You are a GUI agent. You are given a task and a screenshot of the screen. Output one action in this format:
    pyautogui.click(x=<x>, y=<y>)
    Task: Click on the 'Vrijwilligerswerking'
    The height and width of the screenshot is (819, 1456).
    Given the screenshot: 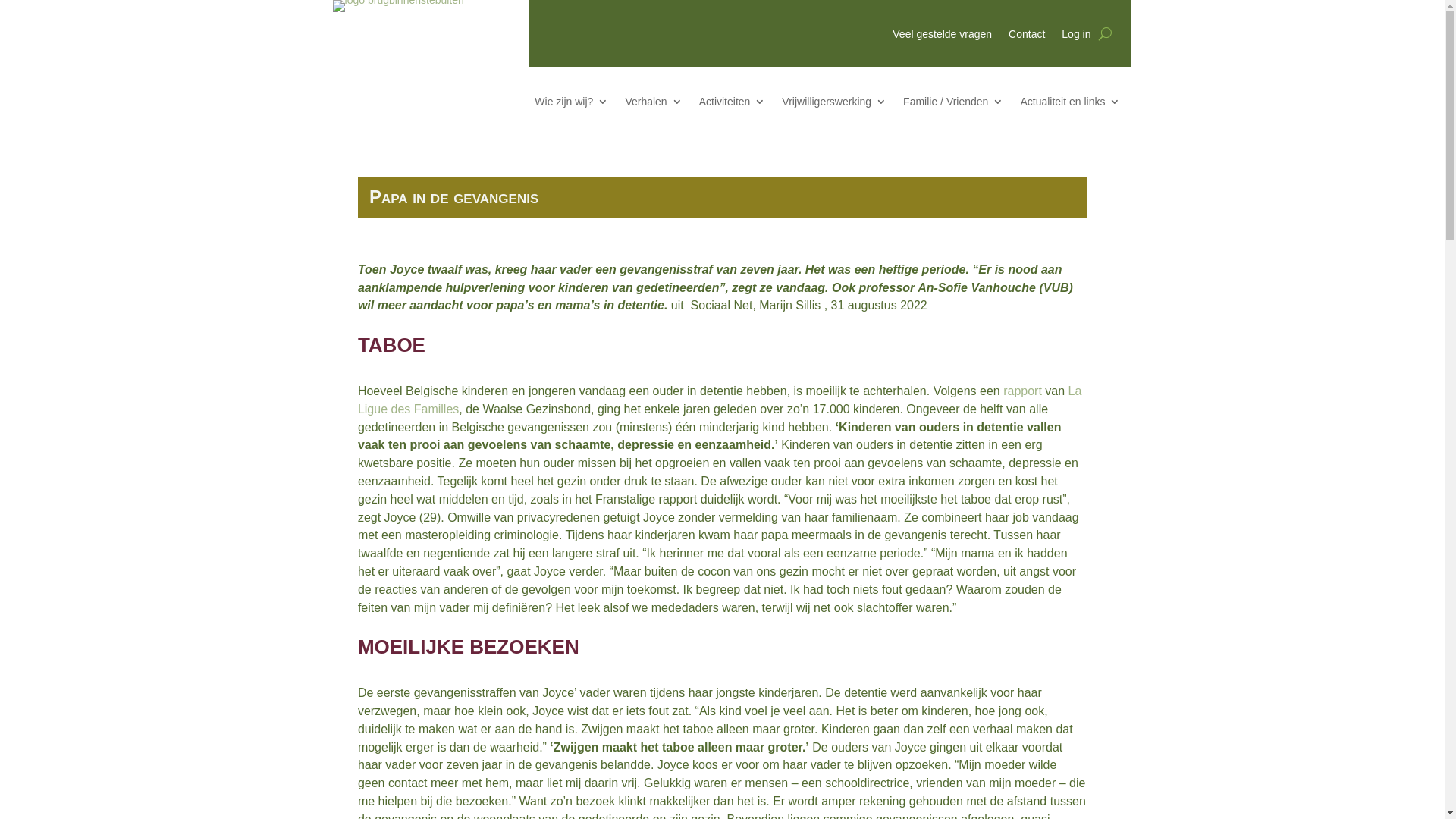 What is the action you would take?
    pyautogui.click(x=833, y=104)
    